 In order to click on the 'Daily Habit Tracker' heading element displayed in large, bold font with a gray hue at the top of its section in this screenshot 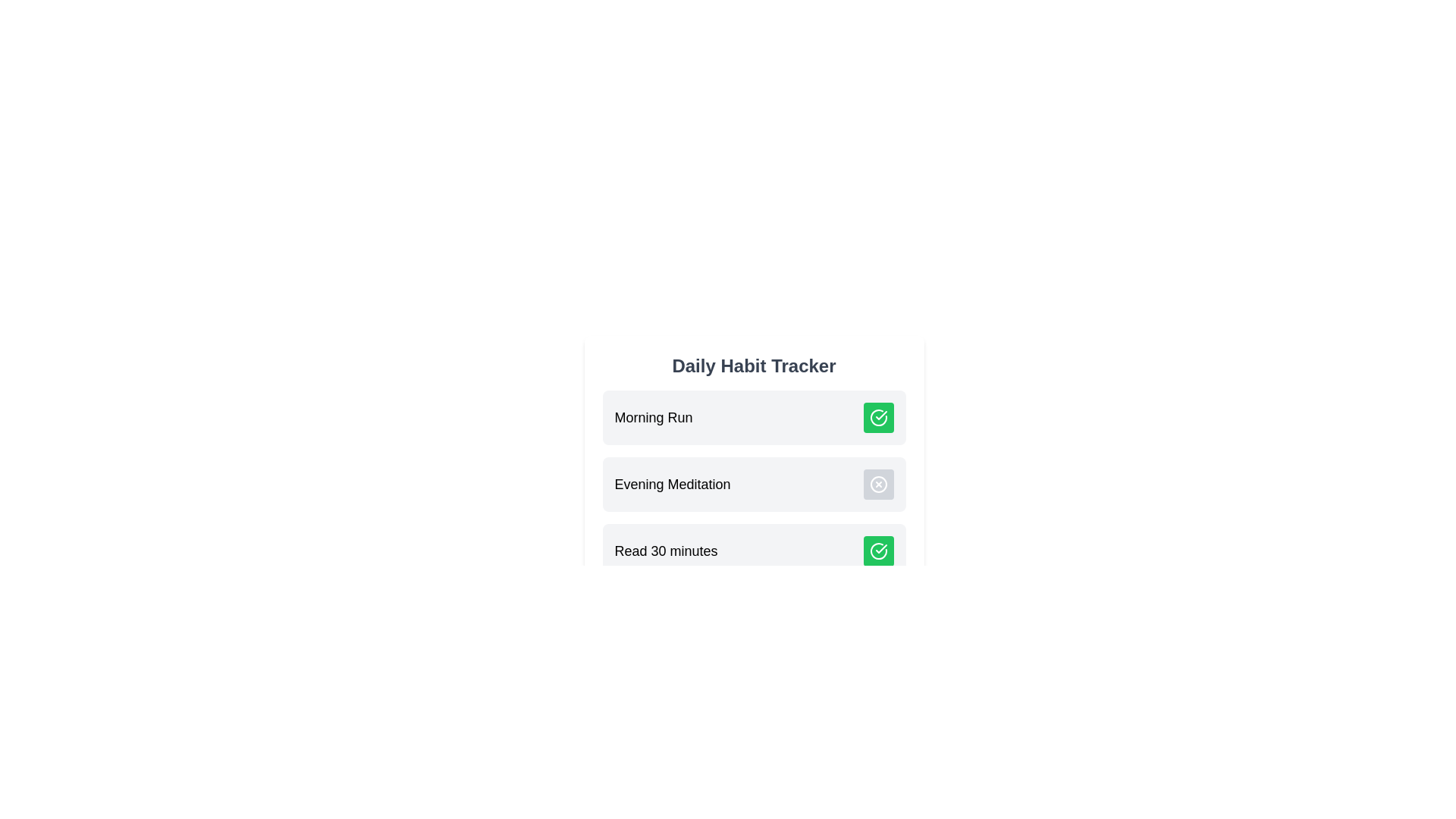, I will do `click(754, 366)`.